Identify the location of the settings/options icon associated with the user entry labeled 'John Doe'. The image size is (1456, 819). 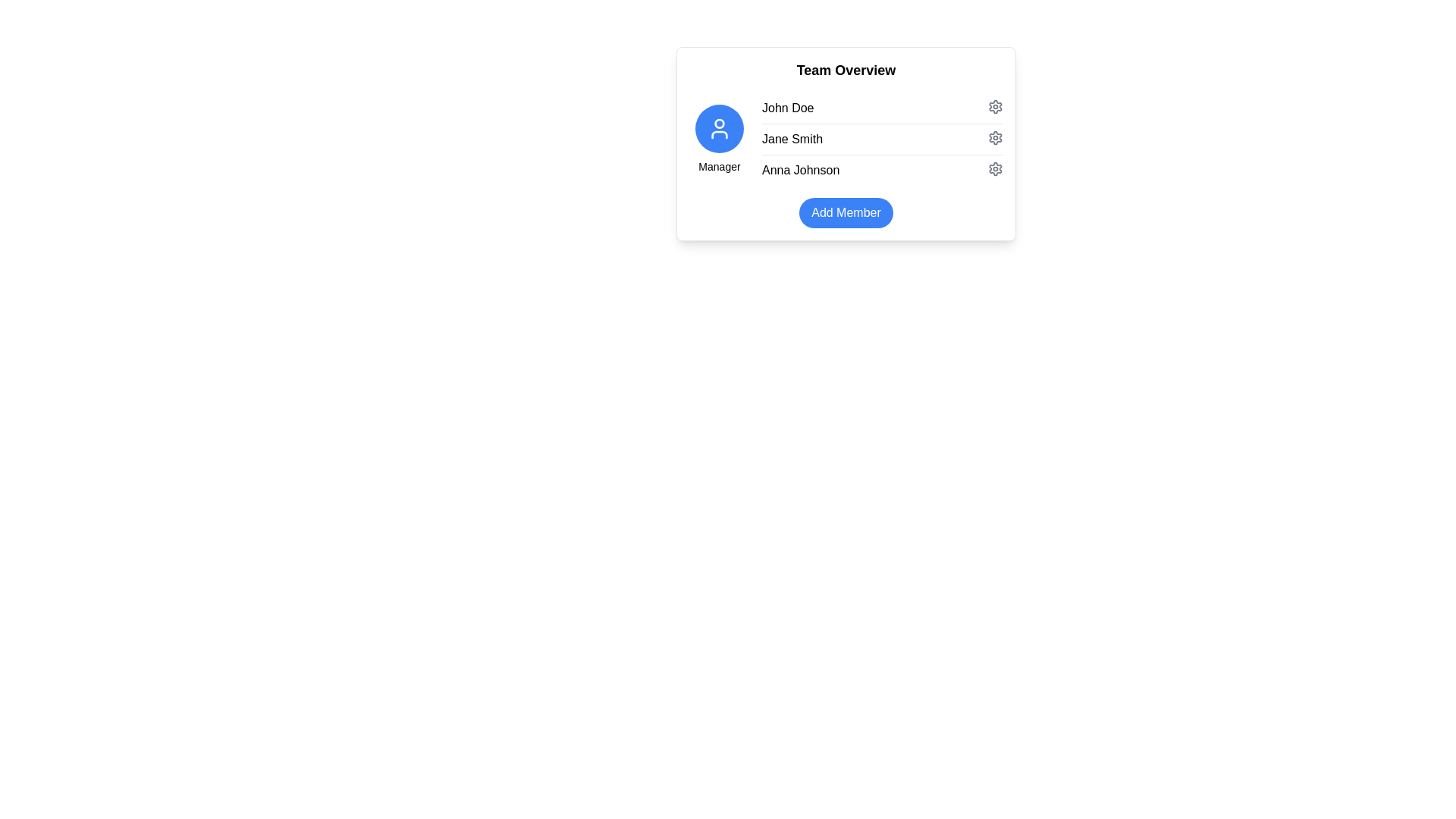
(996, 106).